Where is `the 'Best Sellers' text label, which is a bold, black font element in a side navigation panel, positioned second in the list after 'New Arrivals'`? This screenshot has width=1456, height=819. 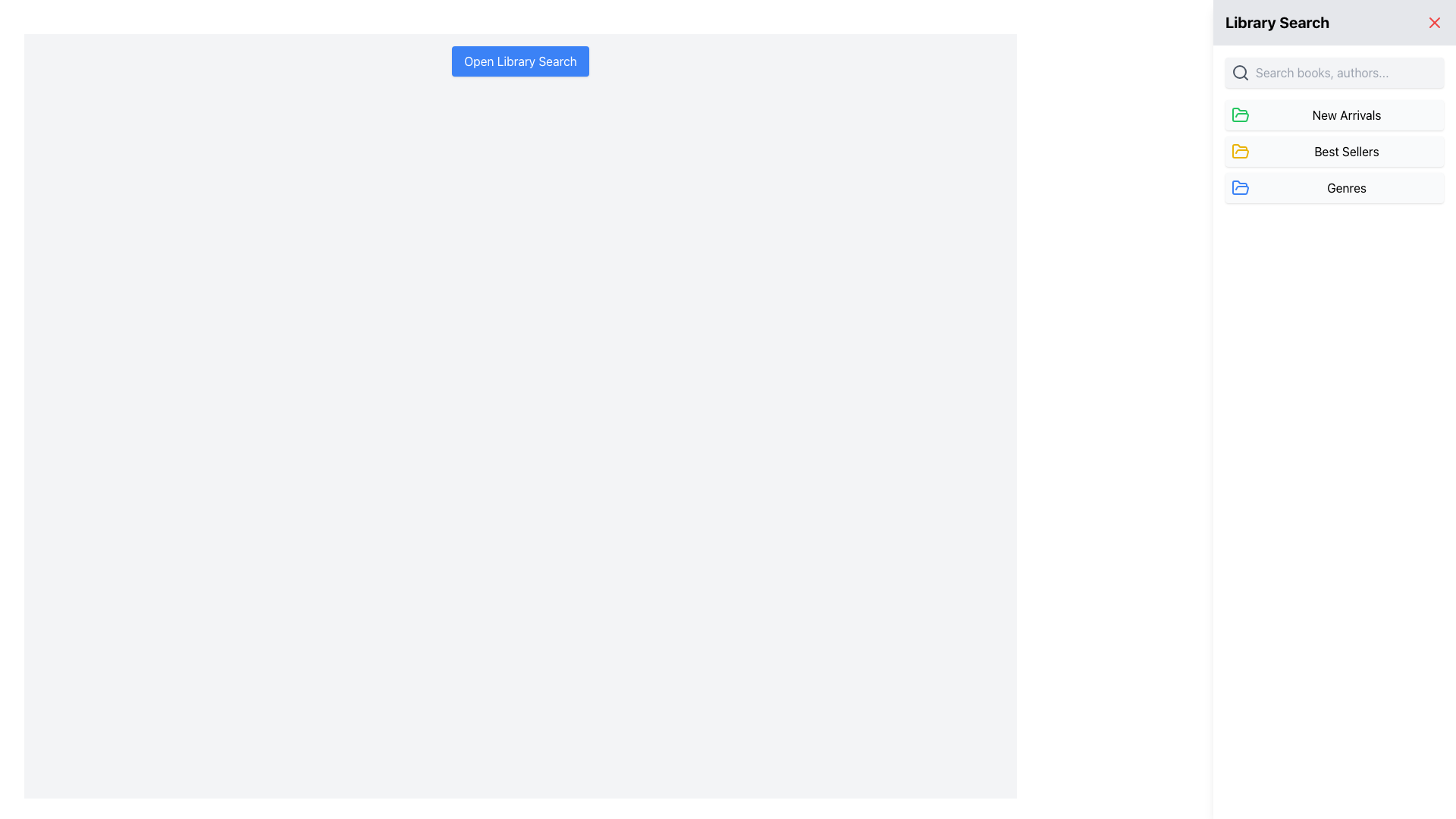
the 'Best Sellers' text label, which is a bold, black font element in a side navigation panel, positioned second in the list after 'New Arrivals' is located at coordinates (1347, 152).